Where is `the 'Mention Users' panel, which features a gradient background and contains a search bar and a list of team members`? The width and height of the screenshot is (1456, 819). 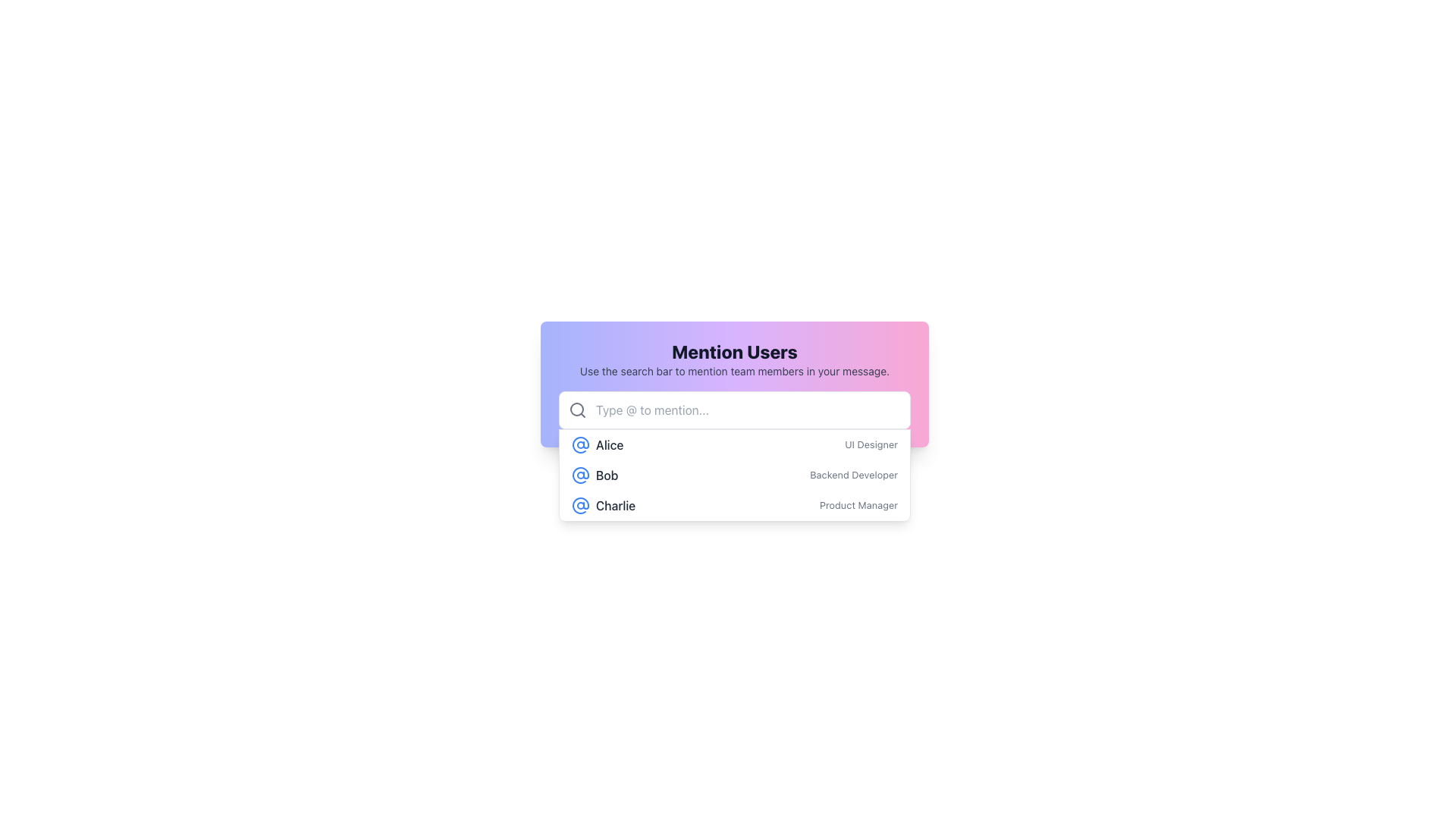 the 'Mention Users' panel, which features a gradient background and contains a search bar and a list of team members is located at coordinates (735, 383).